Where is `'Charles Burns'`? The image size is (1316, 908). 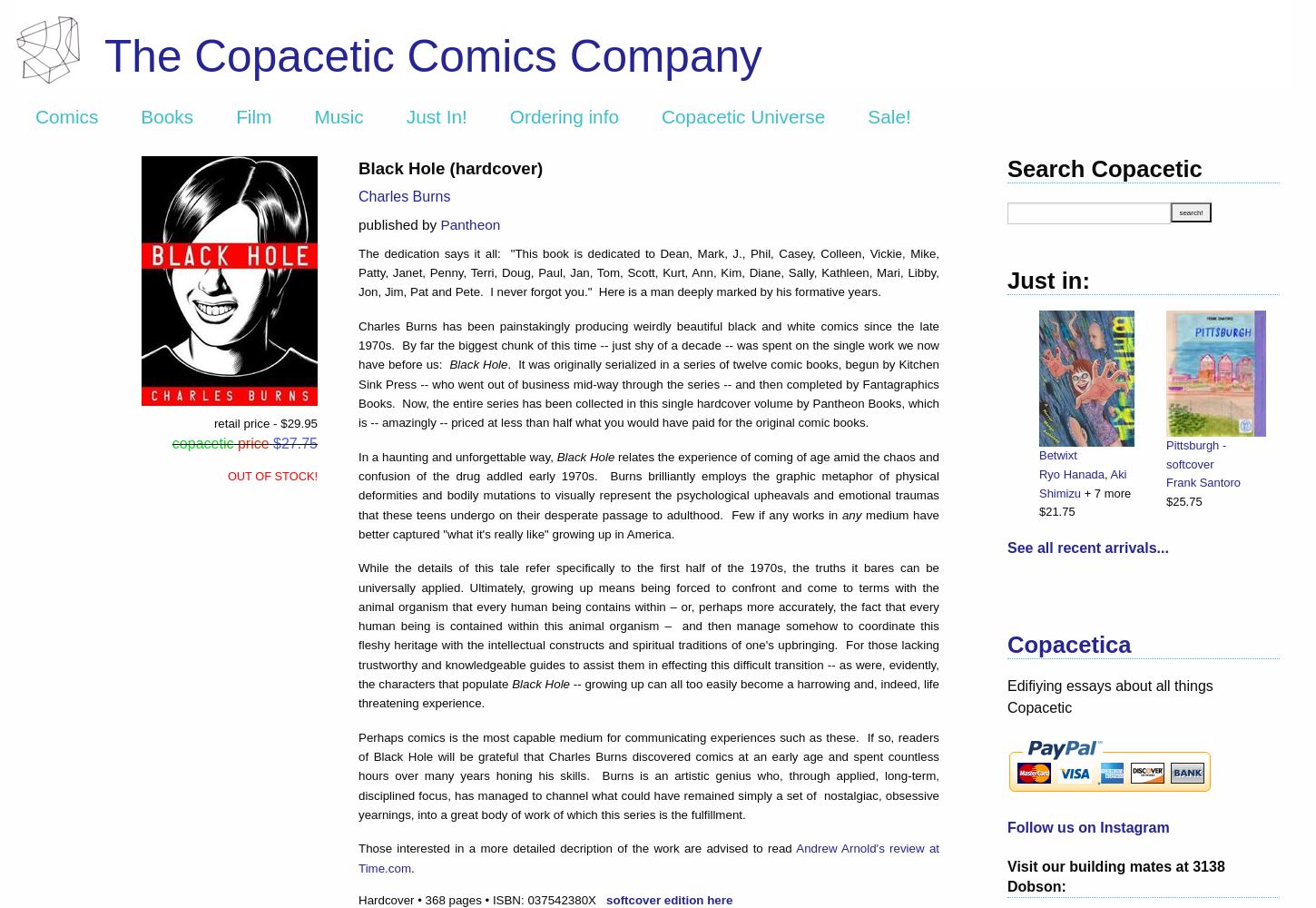 'Charles Burns' is located at coordinates (403, 195).